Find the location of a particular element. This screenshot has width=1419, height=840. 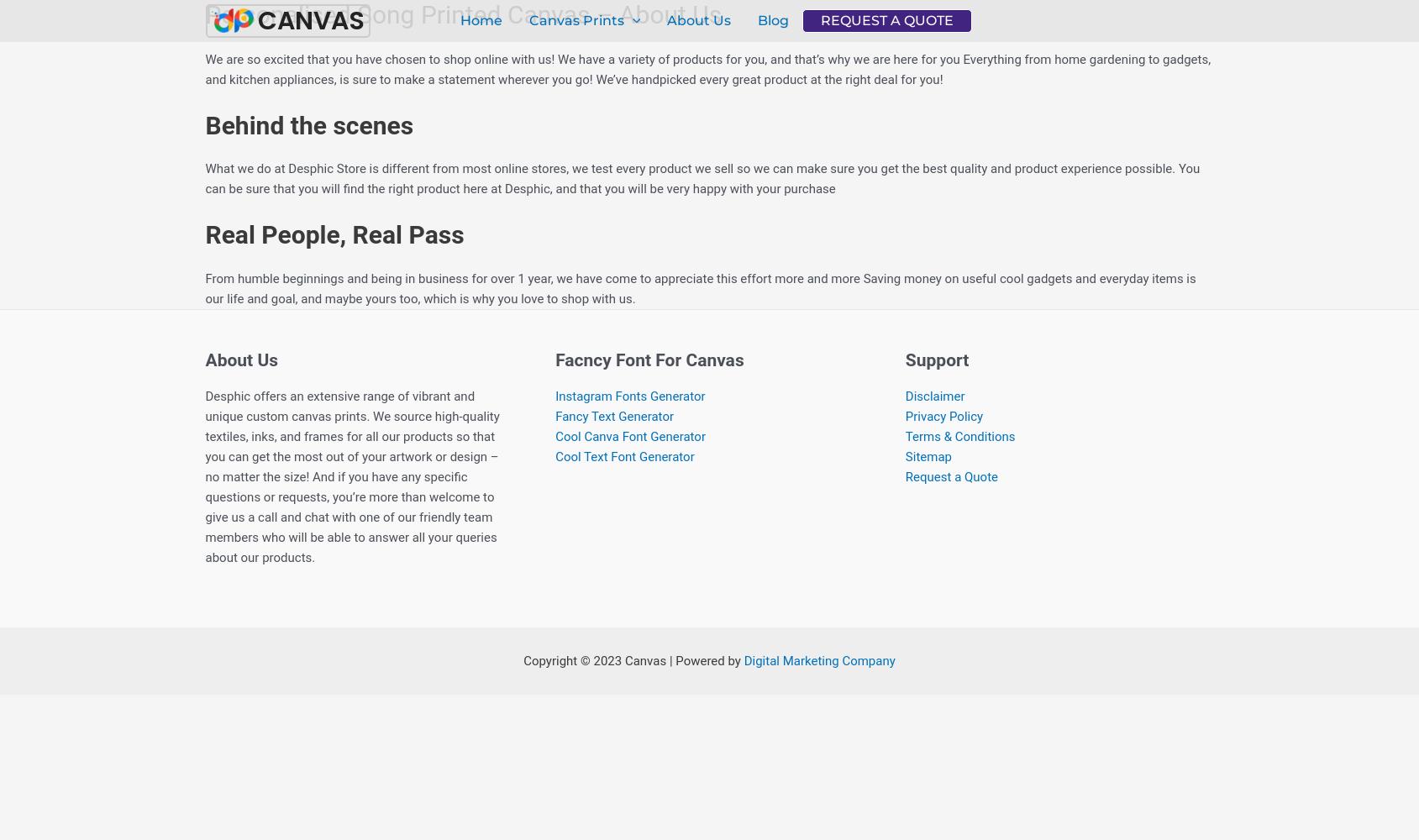

'Home' is located at coordinates (480, 19).